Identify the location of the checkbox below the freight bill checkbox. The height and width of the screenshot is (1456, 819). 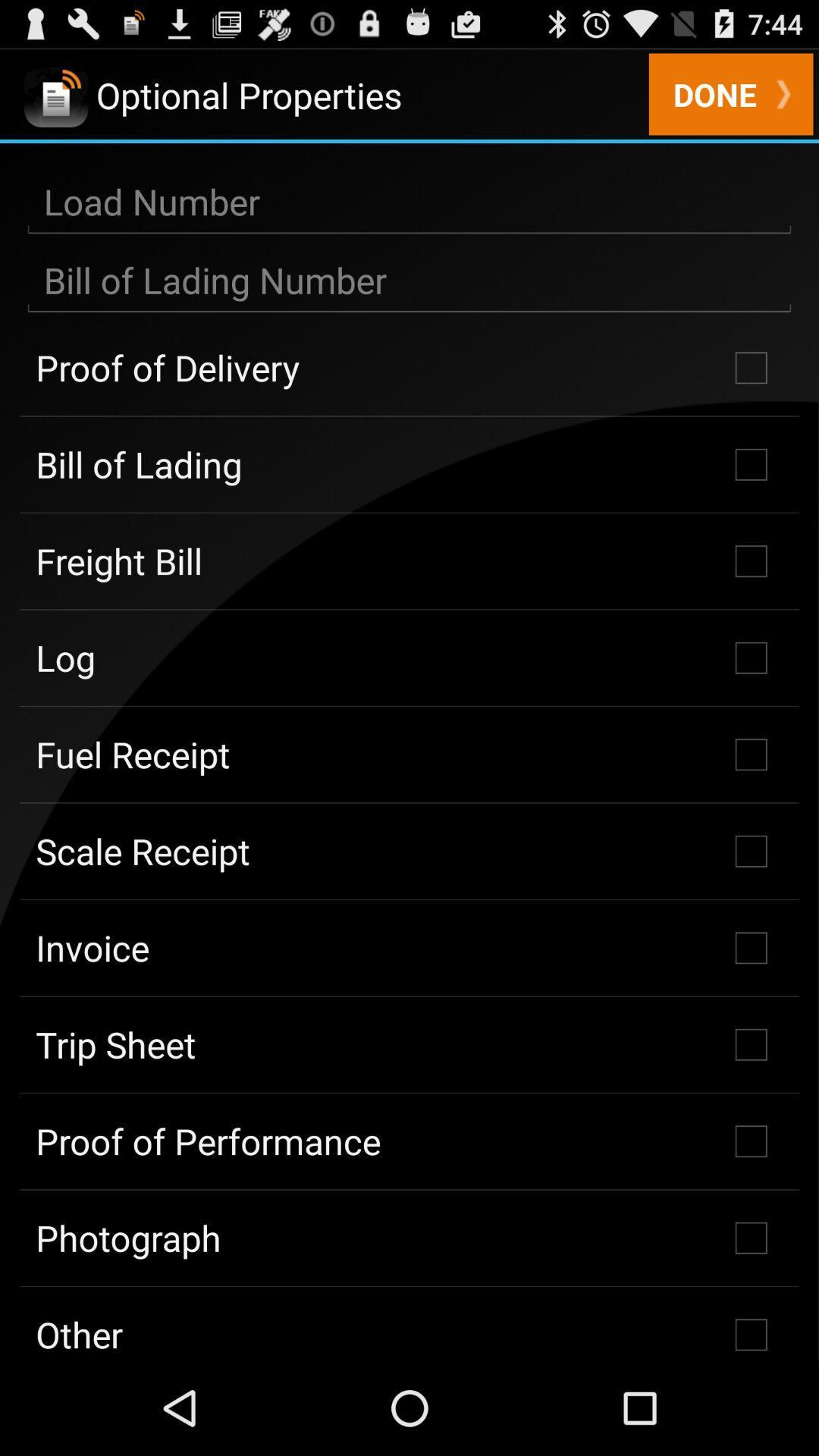
(409, 657).